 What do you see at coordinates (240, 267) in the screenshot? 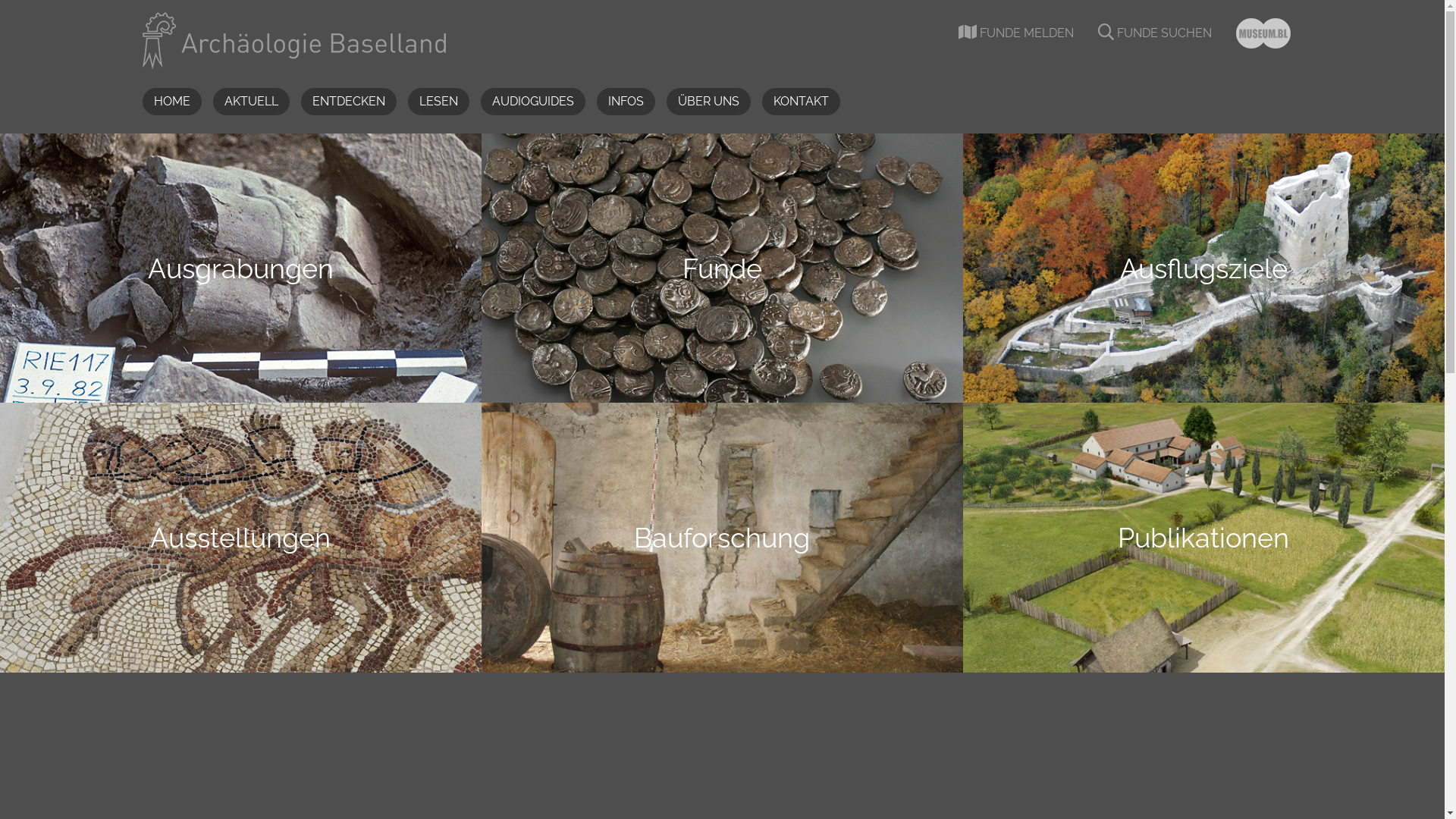
I see `'Ausgrabungen'` at bounding box center [240, 267].